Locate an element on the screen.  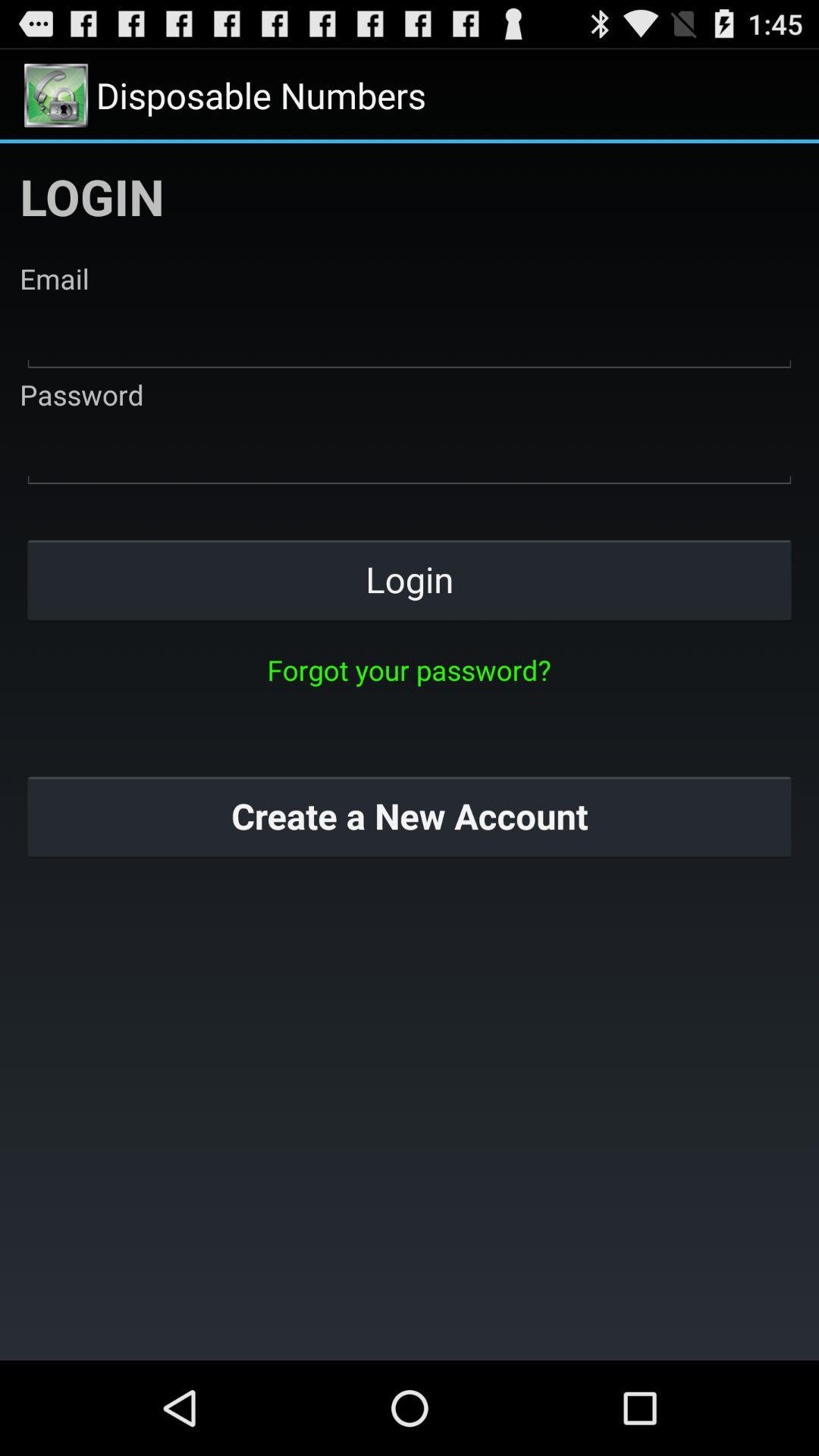
email field is located at coordinates (409, 335).